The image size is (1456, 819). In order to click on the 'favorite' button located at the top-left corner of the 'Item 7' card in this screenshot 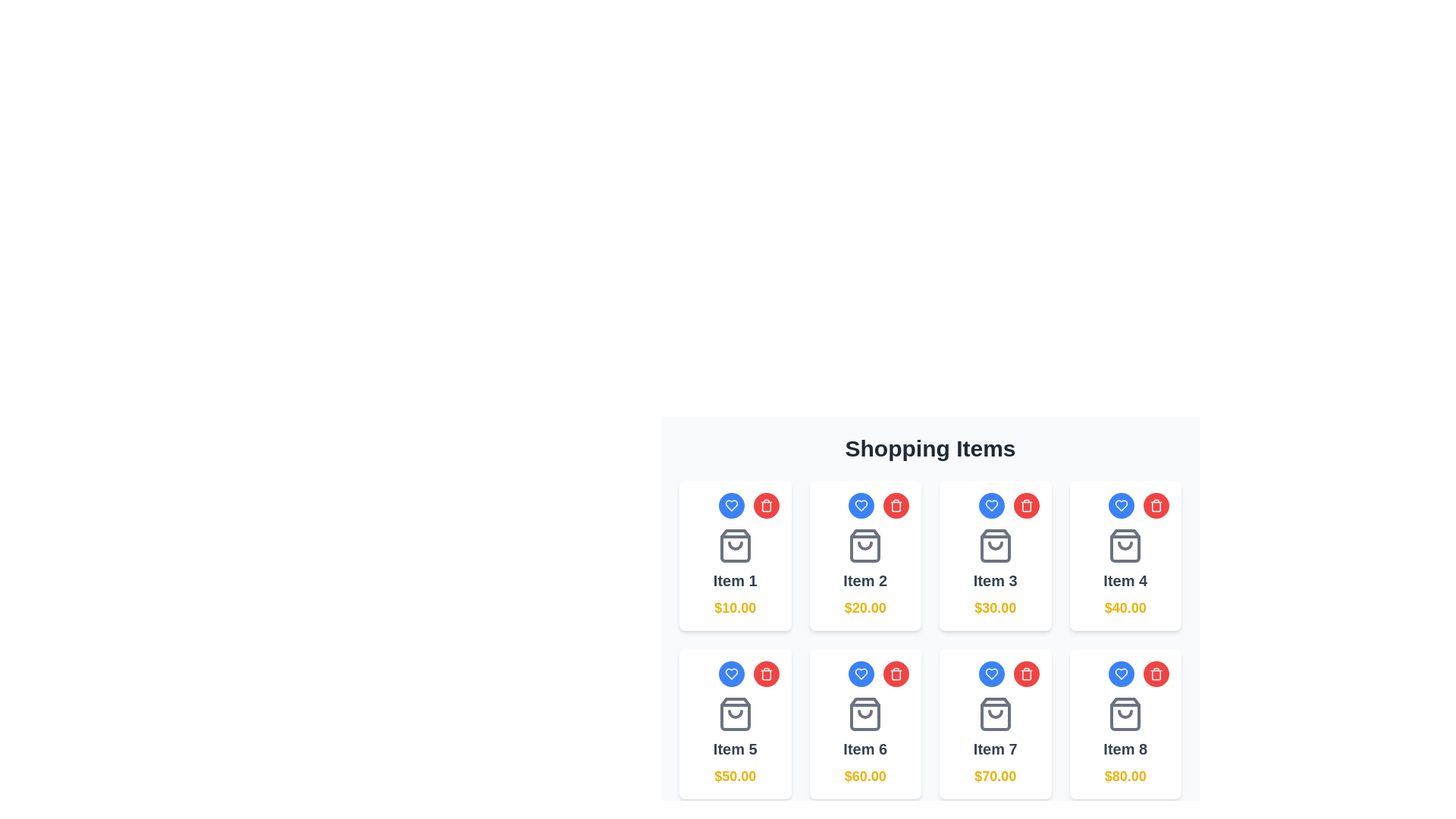, I will do `click(991, 673)`.